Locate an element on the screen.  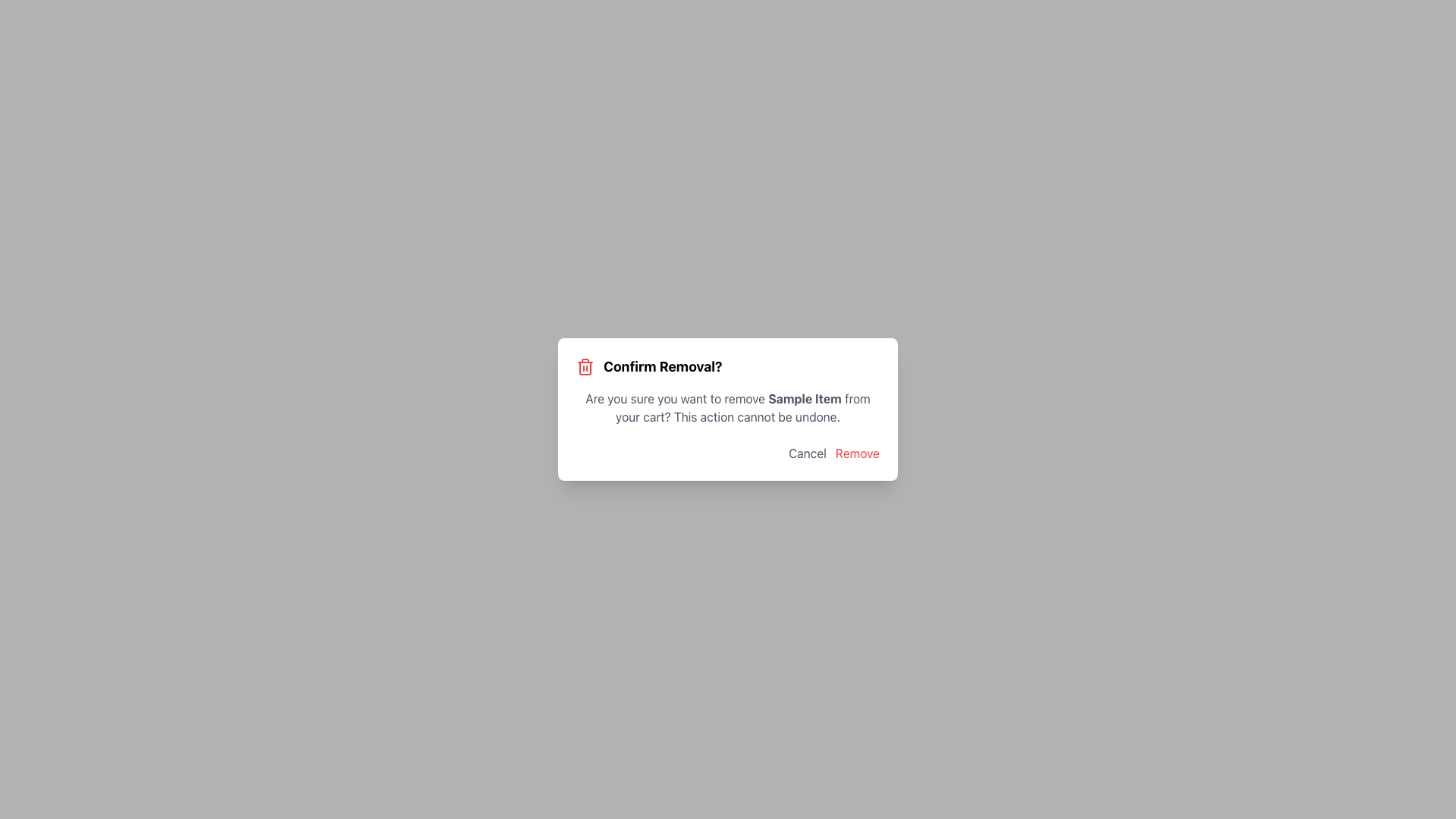
the red trash icon located at the leftmost side of the top section in the modal dialog box, which is positioned to the left of the text 'Confirm Removal?' is located at coordinates (585, 366).